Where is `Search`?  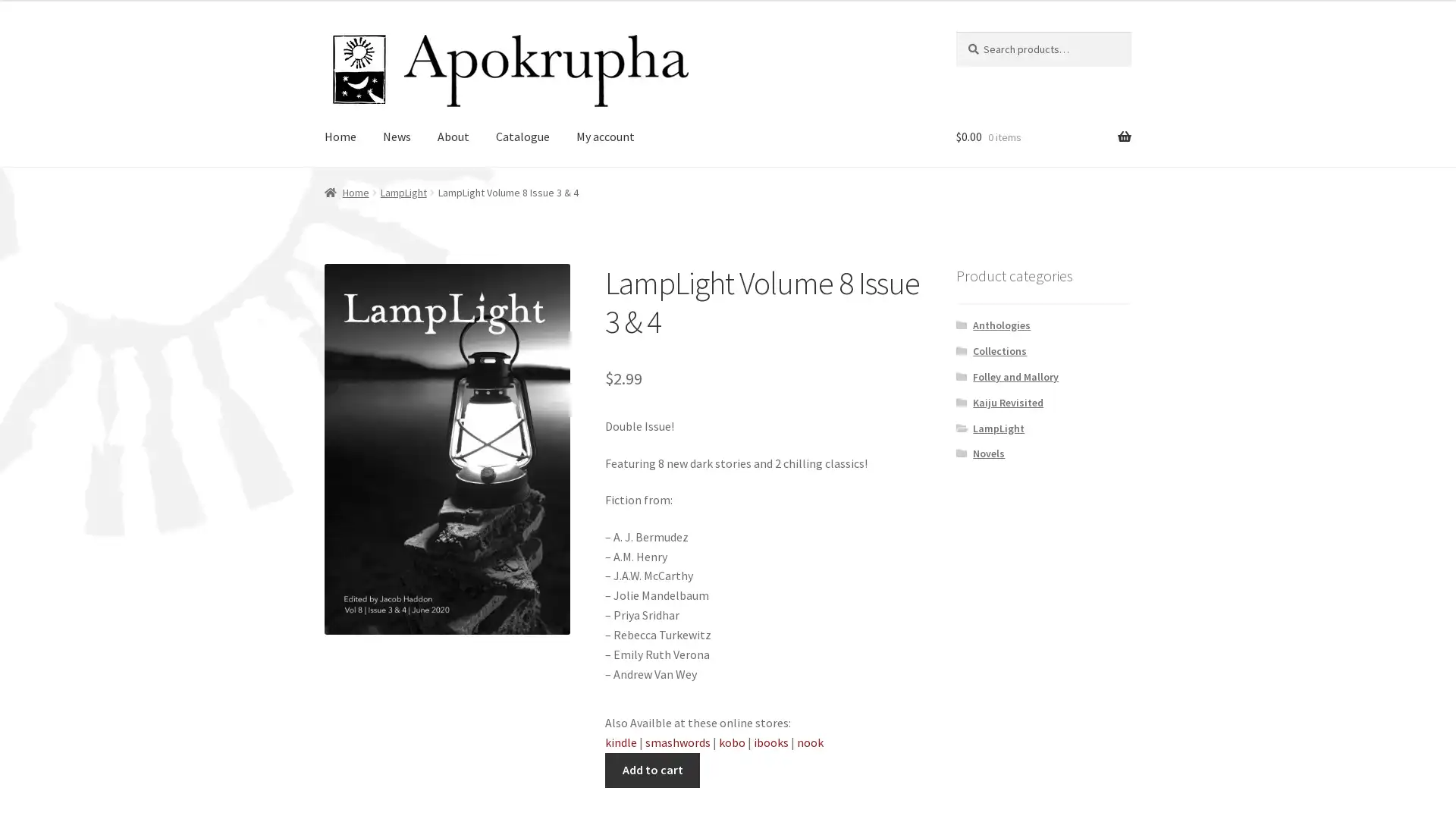 Search is located at coordinates (954, 30).